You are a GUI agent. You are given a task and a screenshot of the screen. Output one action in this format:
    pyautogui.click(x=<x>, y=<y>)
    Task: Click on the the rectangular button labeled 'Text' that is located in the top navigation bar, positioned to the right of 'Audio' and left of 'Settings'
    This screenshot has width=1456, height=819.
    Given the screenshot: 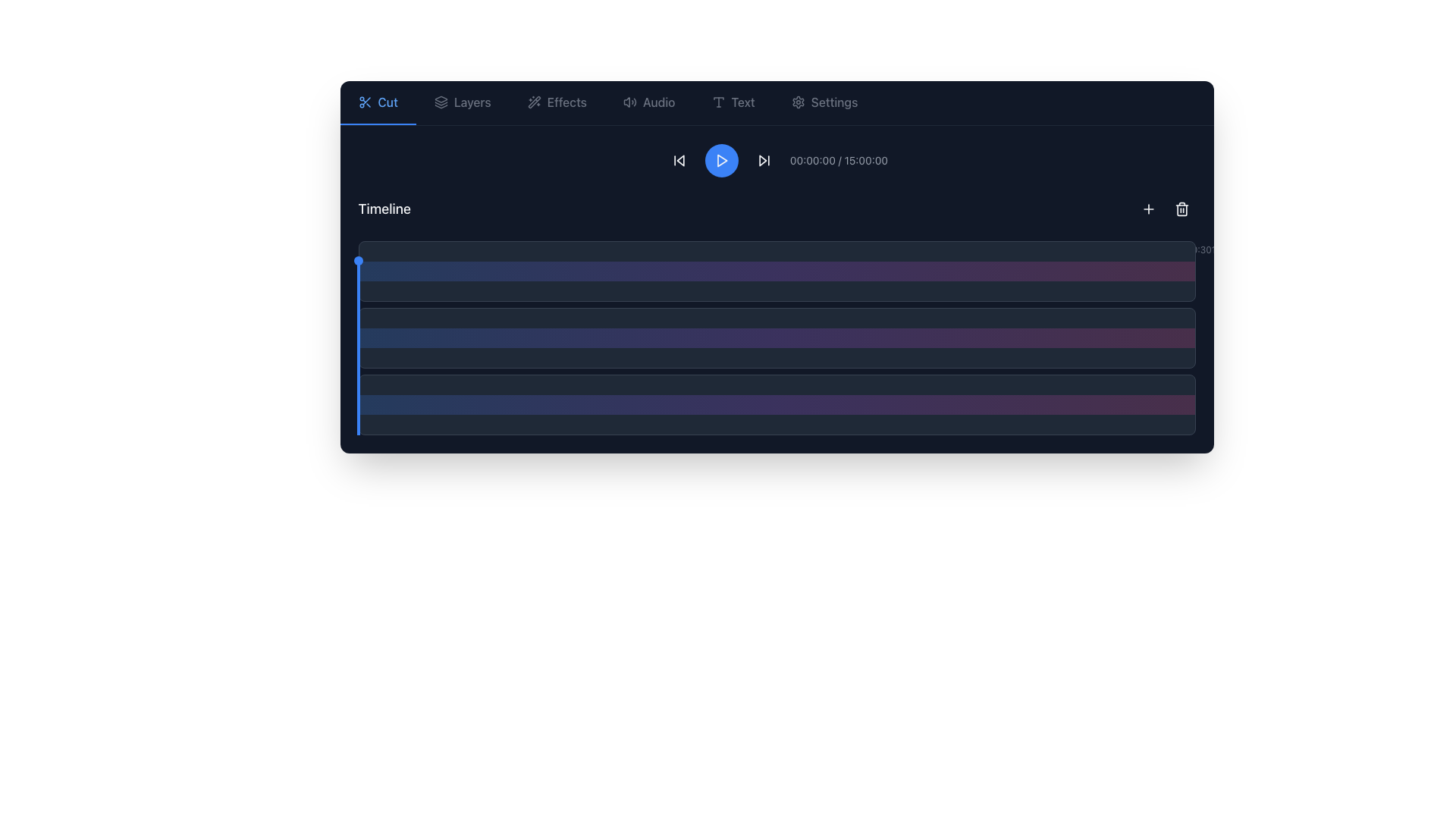 What is the action you would take?
    pyautogui.click(x=733, y=102)
    